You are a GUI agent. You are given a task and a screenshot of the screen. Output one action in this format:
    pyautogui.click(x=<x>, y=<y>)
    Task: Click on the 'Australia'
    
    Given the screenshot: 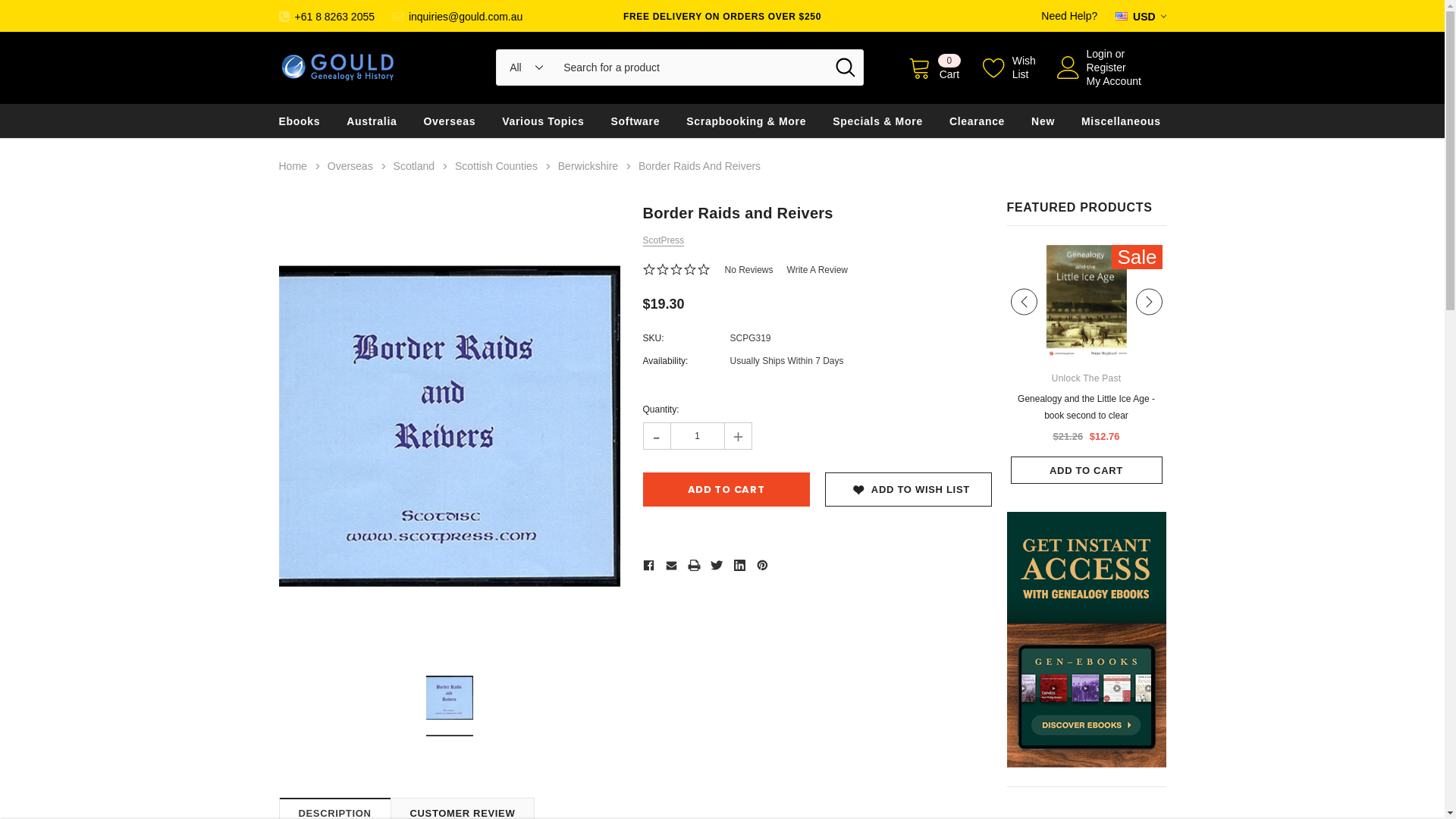 What is the action you would take?
    pyautogui.click(x=345, y=120)
    